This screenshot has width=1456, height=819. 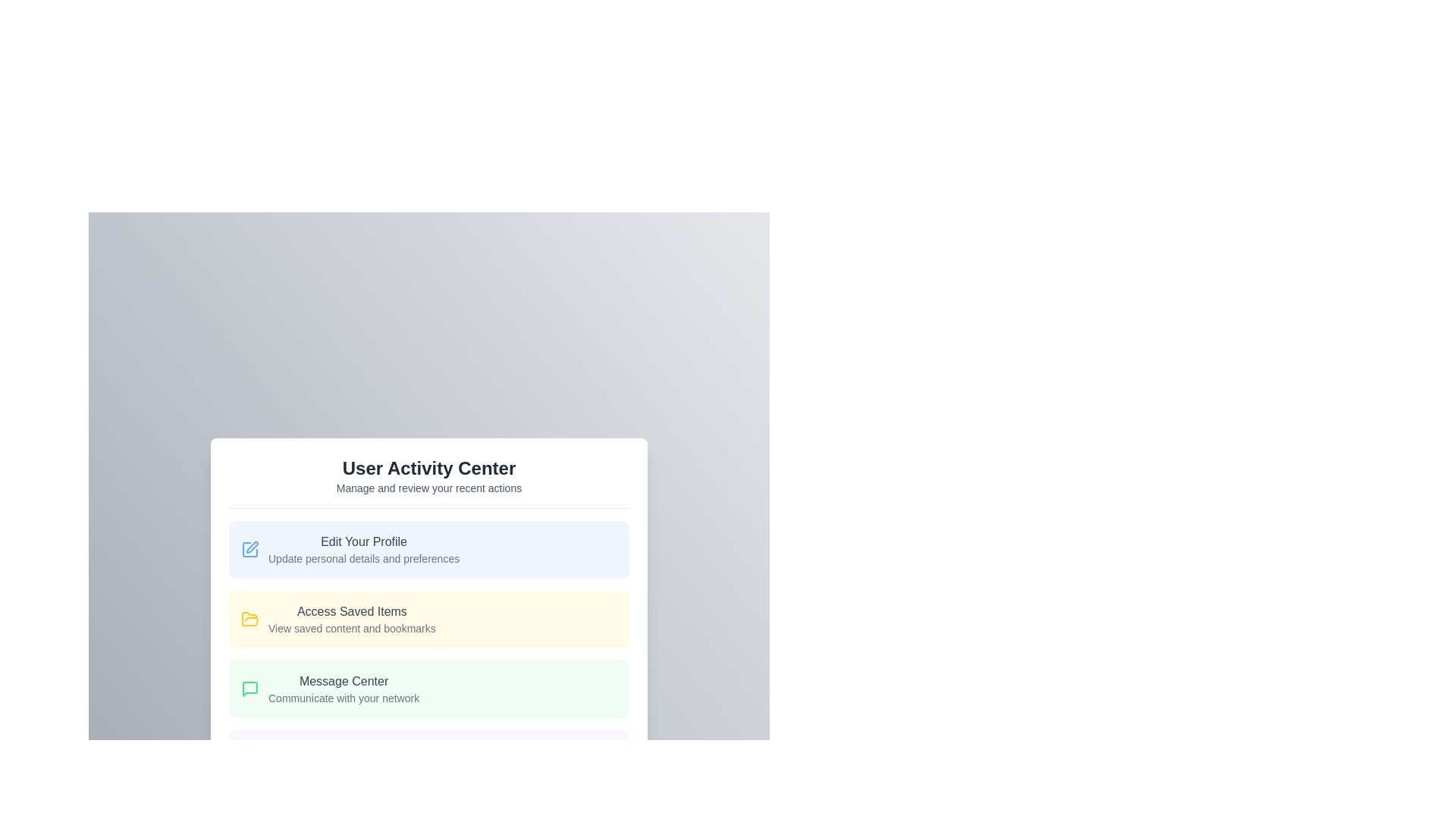 I want to click on the blue outlined square icon that resembles a pen, located to the left of the 'Edit Your Profile' label in the 'User Activity Center' section, so click(x=250, y=549).